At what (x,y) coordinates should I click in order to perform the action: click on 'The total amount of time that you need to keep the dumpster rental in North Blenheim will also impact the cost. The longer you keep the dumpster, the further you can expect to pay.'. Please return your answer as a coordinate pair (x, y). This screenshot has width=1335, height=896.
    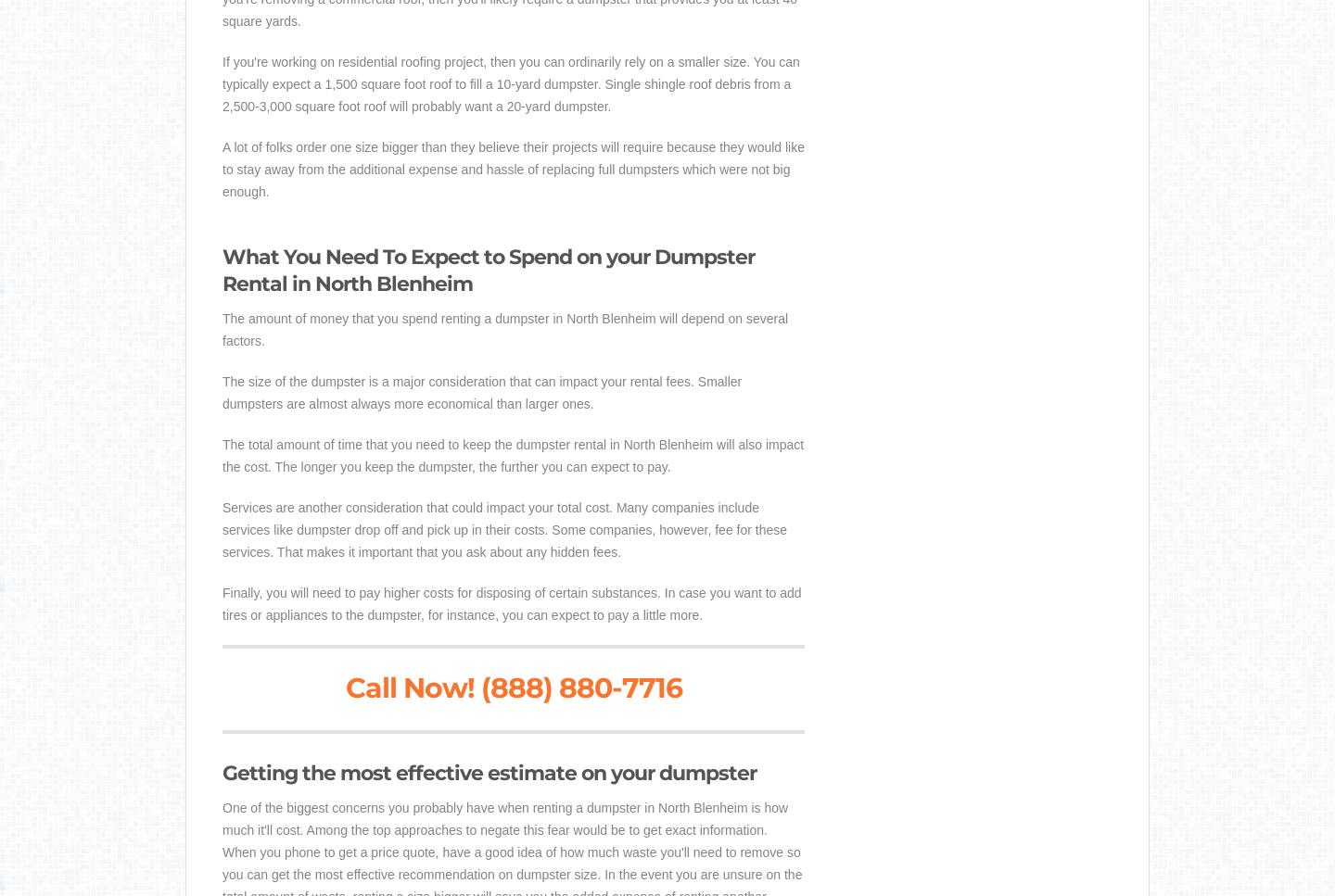
    Looking at the image, I should click on (513, 455).